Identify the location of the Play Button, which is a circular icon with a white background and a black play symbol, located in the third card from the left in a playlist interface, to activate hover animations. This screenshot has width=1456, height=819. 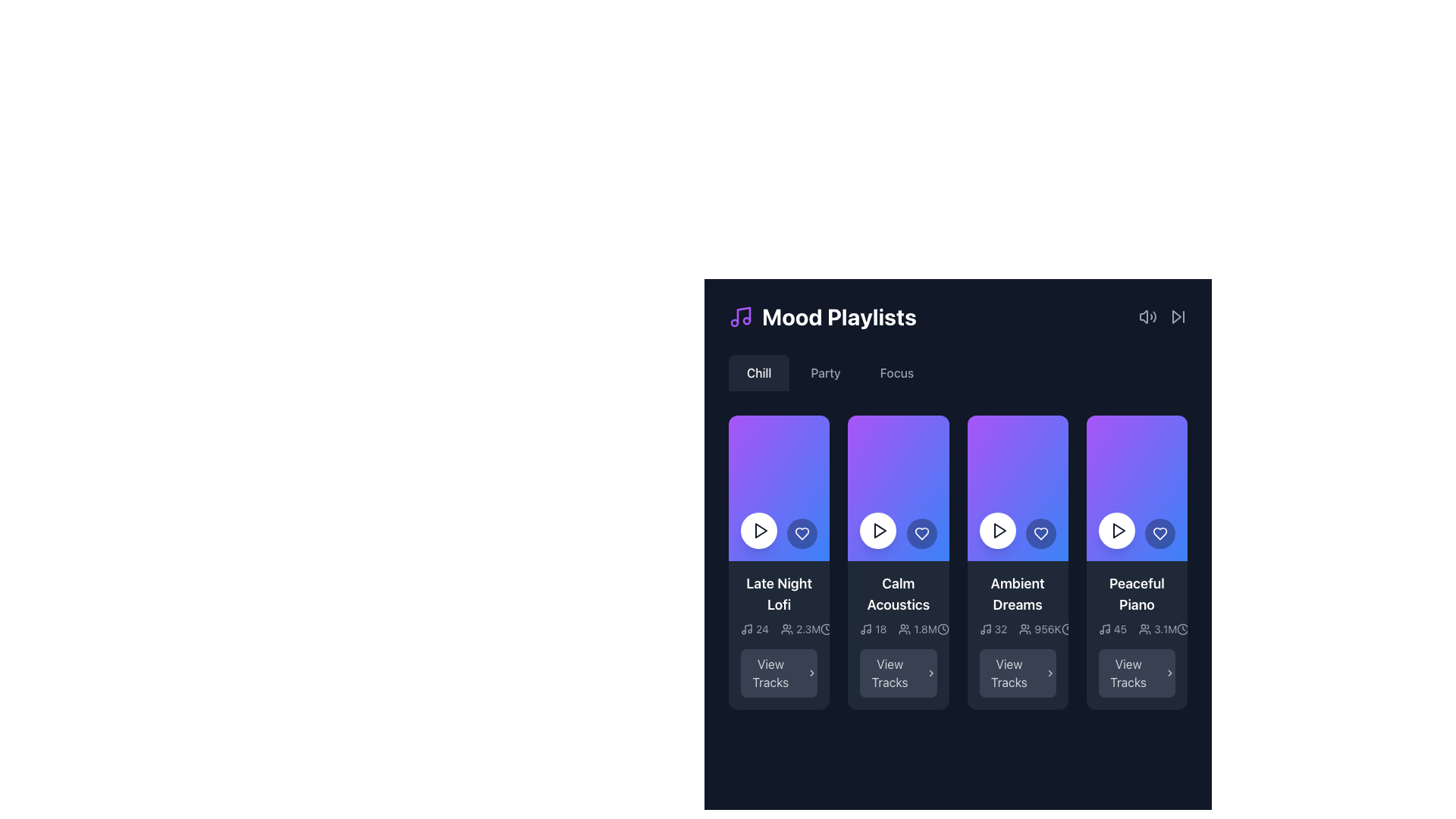
(997, 529).